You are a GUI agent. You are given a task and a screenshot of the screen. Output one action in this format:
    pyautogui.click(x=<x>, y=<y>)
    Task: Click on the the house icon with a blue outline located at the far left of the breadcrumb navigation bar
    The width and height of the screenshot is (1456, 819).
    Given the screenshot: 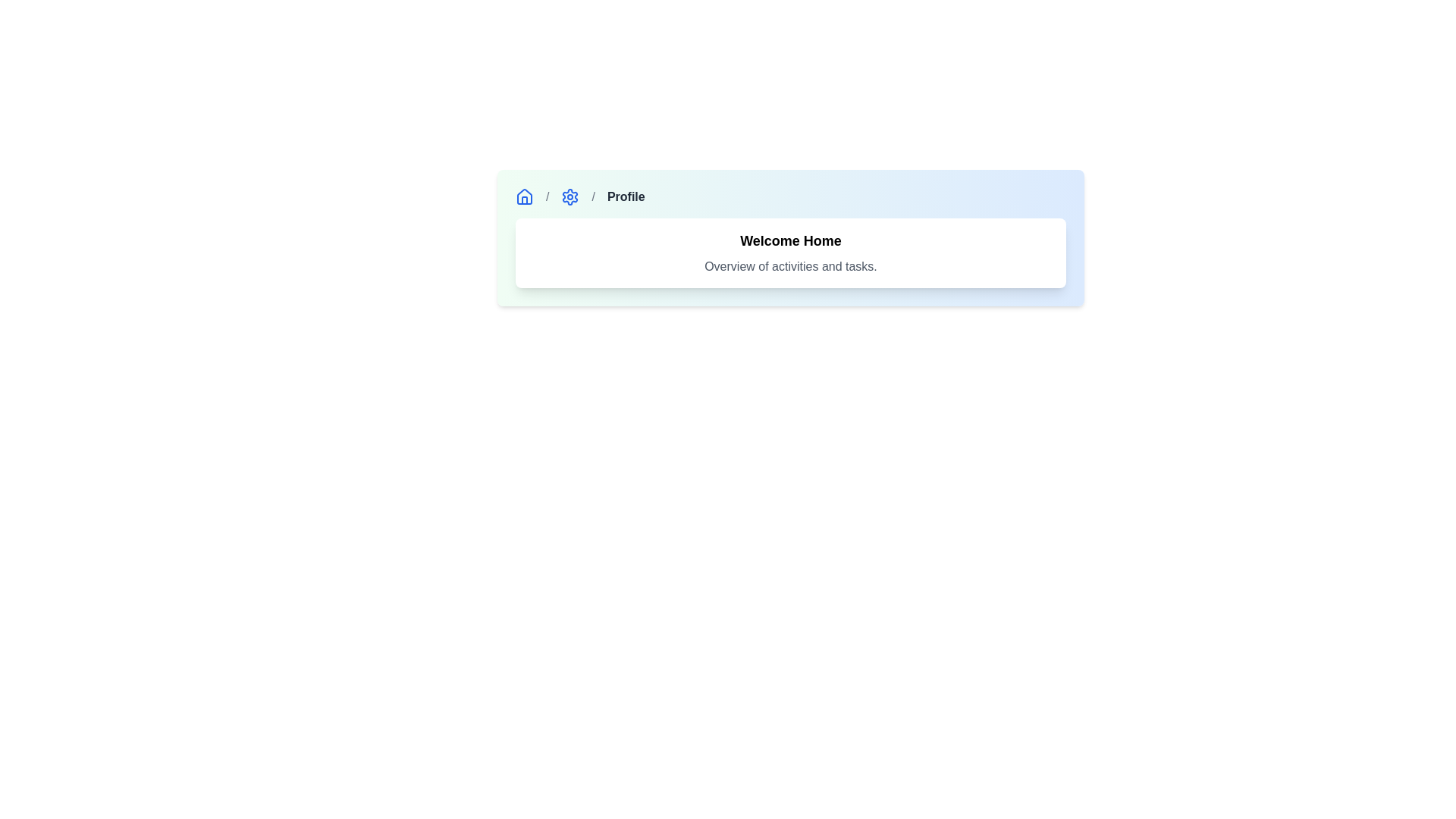 What is the action you would take?
    pyautogui.click(x=524, y=196)
    